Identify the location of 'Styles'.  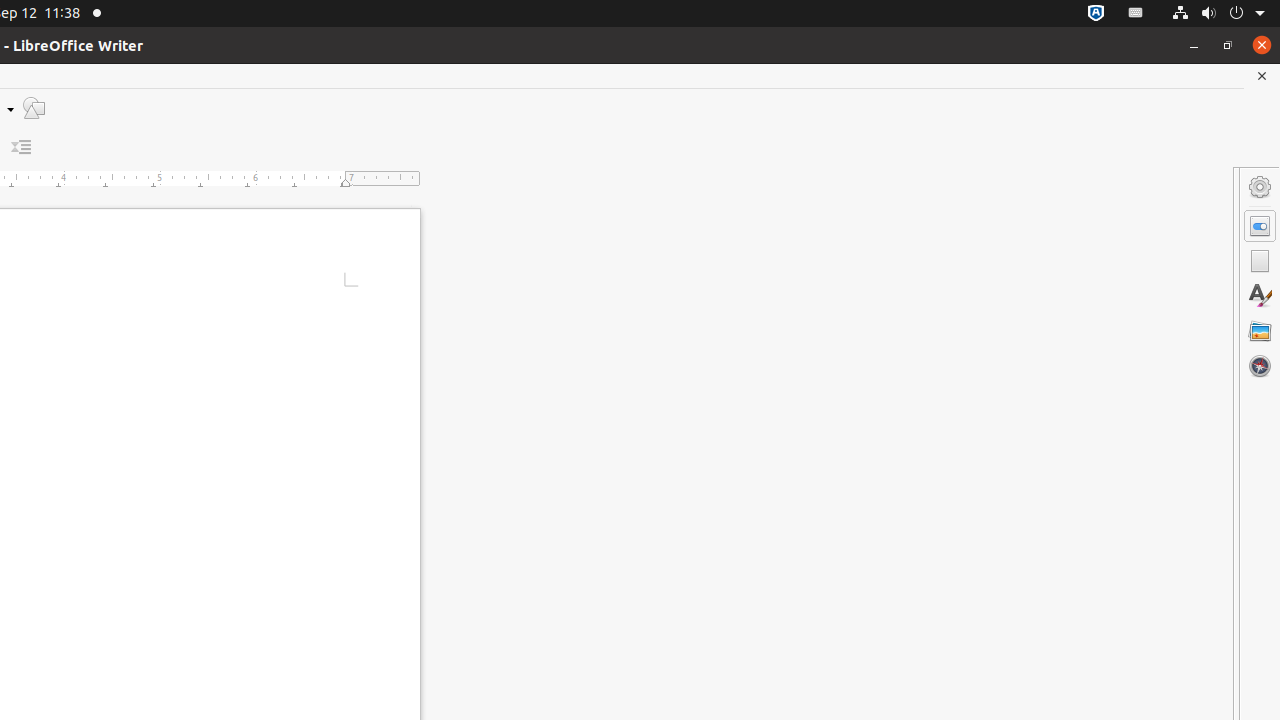
(1259, 295).